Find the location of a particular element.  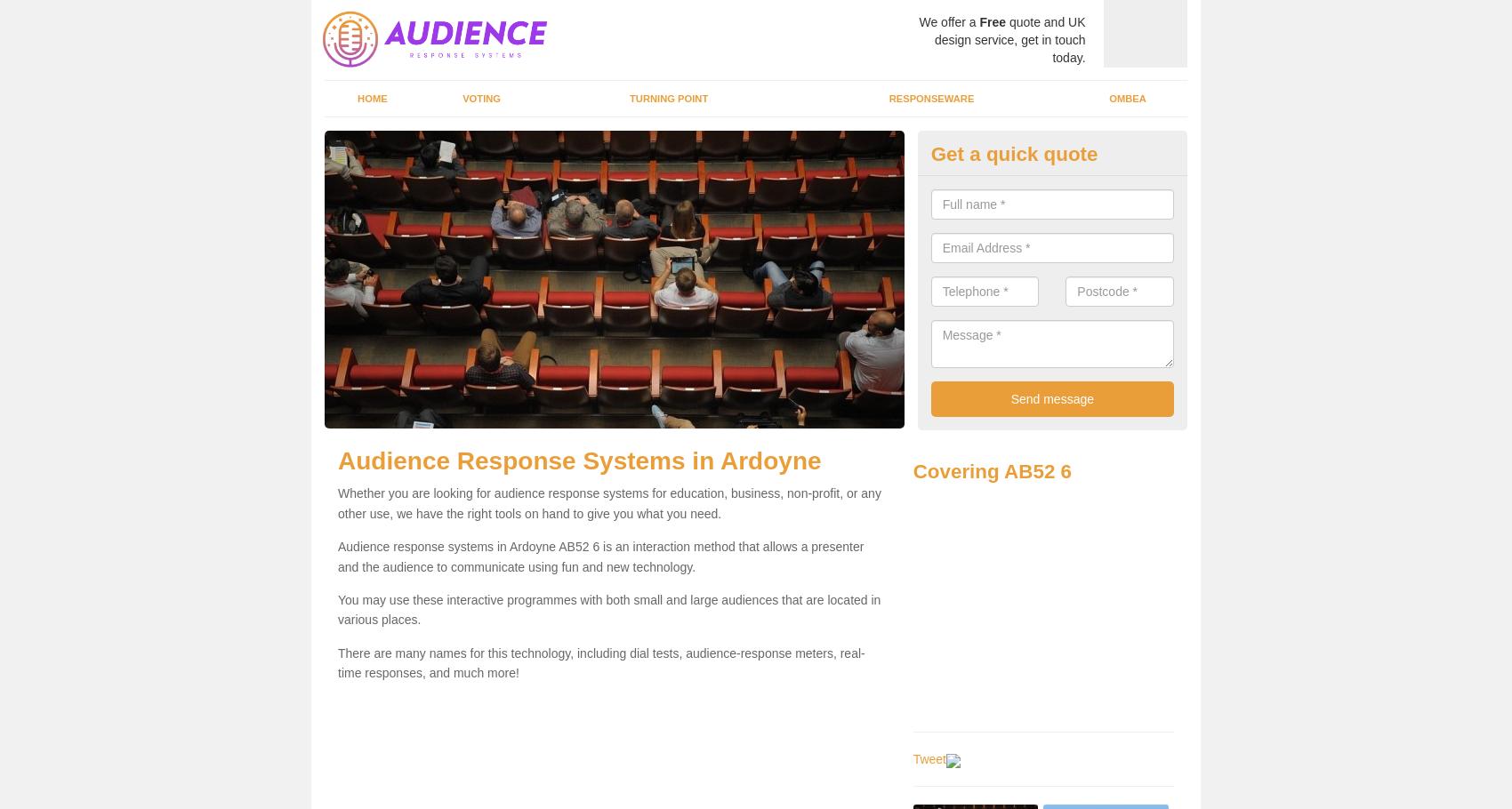

'We offer a' is located at coordinates (917, 21).